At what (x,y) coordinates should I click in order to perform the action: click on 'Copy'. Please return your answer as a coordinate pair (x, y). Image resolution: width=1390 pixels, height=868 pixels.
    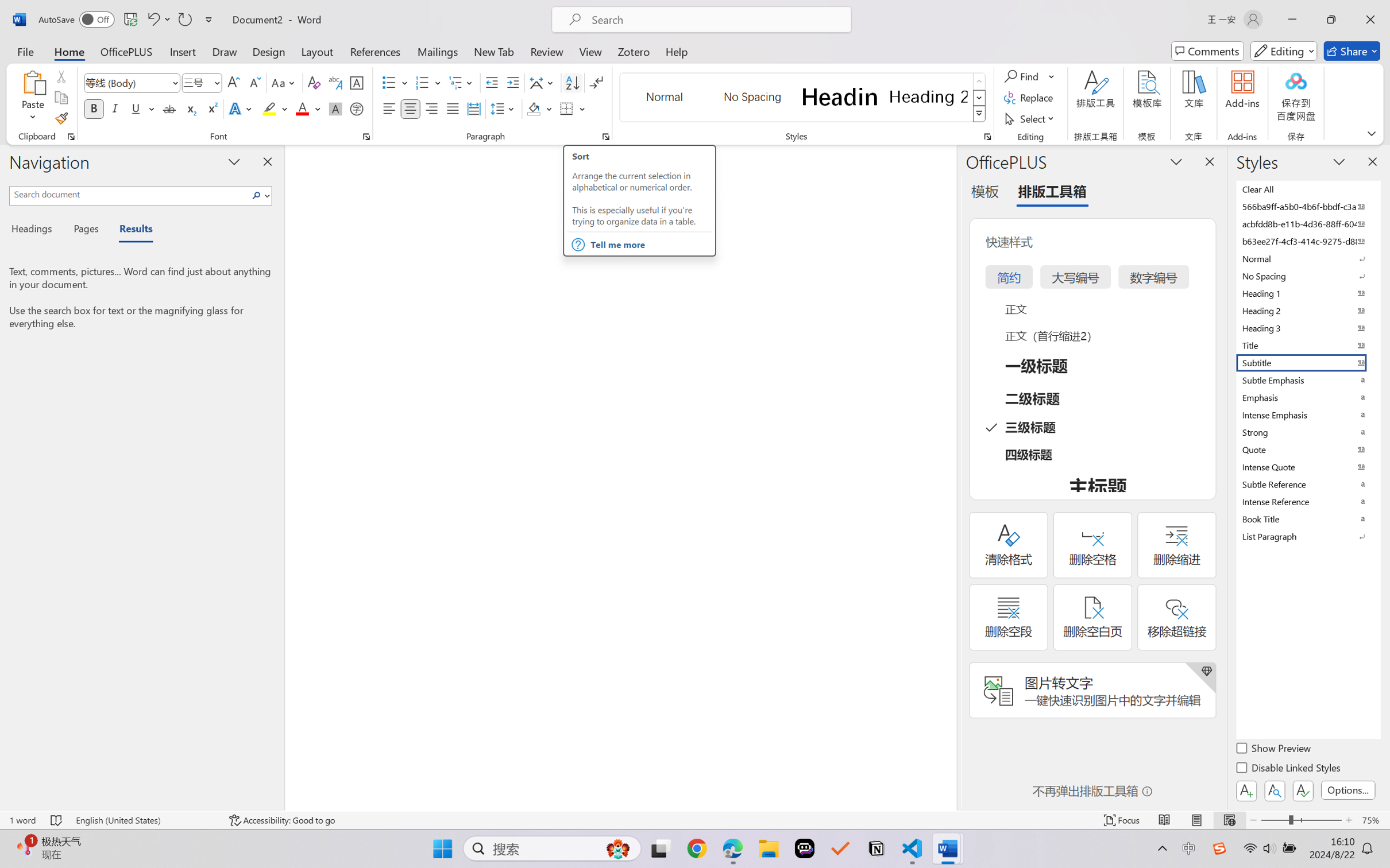
    Looking at the image, I should click on (60, 98).